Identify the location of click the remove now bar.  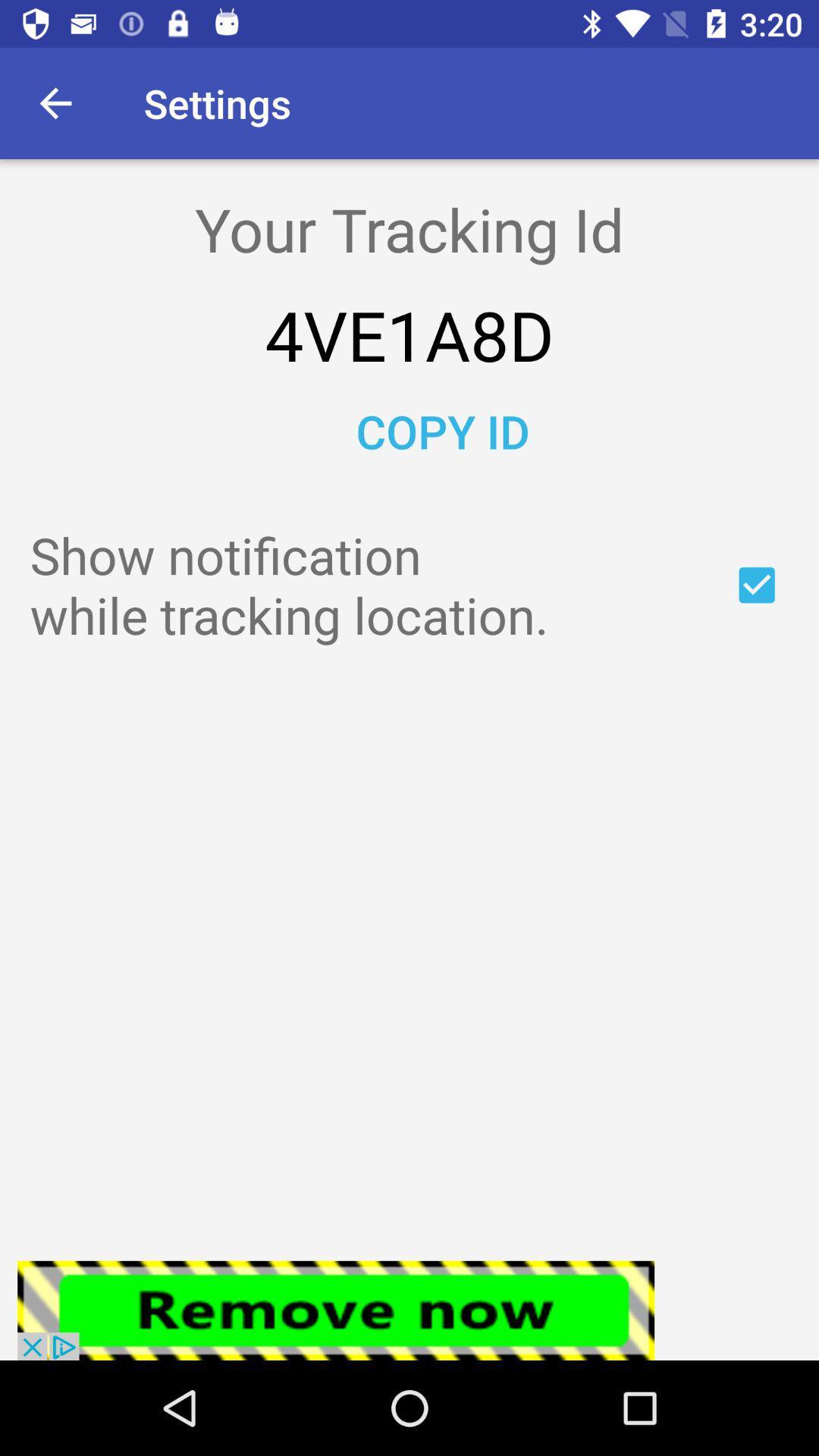
(335, 1310).